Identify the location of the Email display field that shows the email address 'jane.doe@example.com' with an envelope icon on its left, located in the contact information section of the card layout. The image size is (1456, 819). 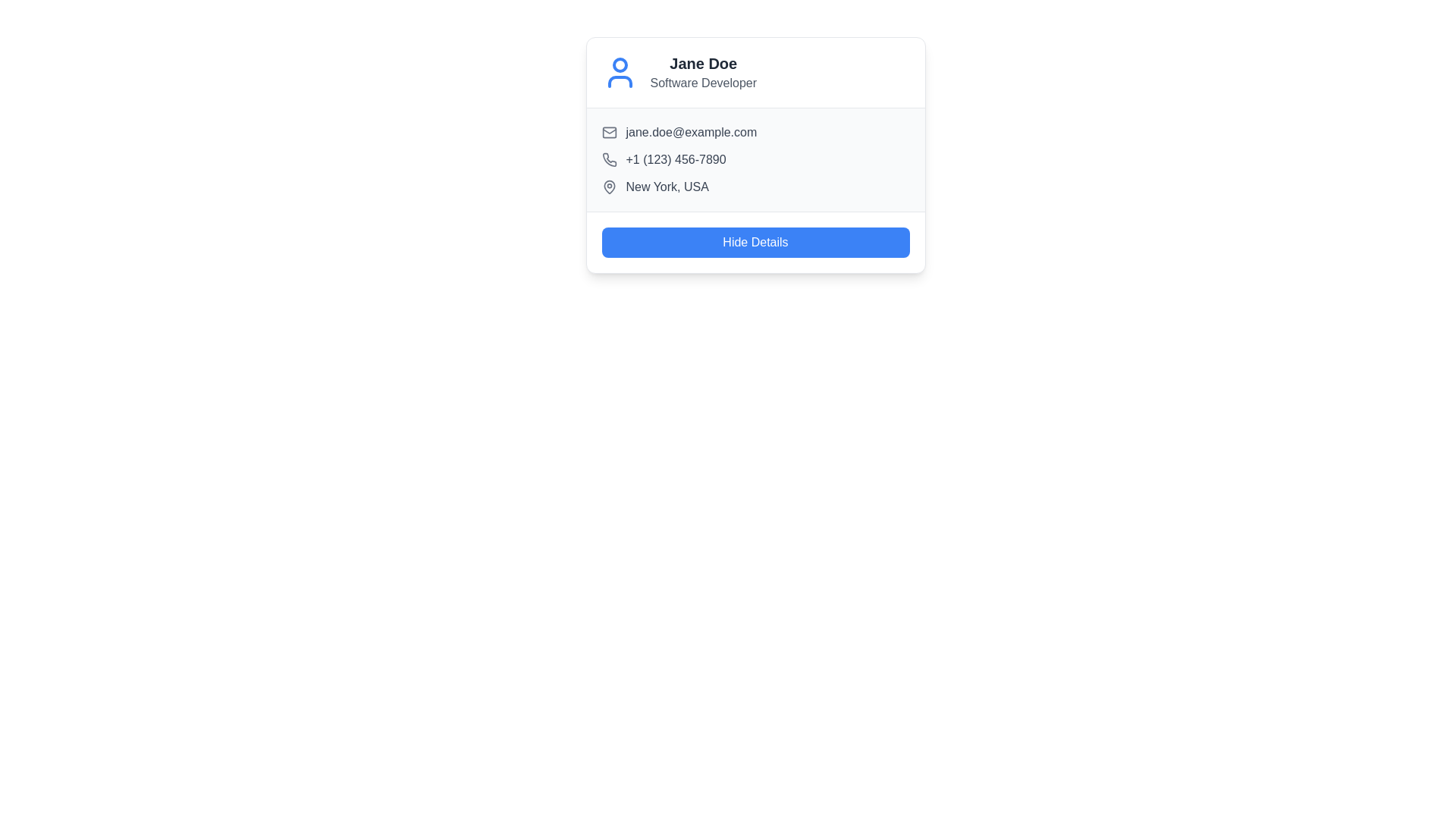
(755, 131).